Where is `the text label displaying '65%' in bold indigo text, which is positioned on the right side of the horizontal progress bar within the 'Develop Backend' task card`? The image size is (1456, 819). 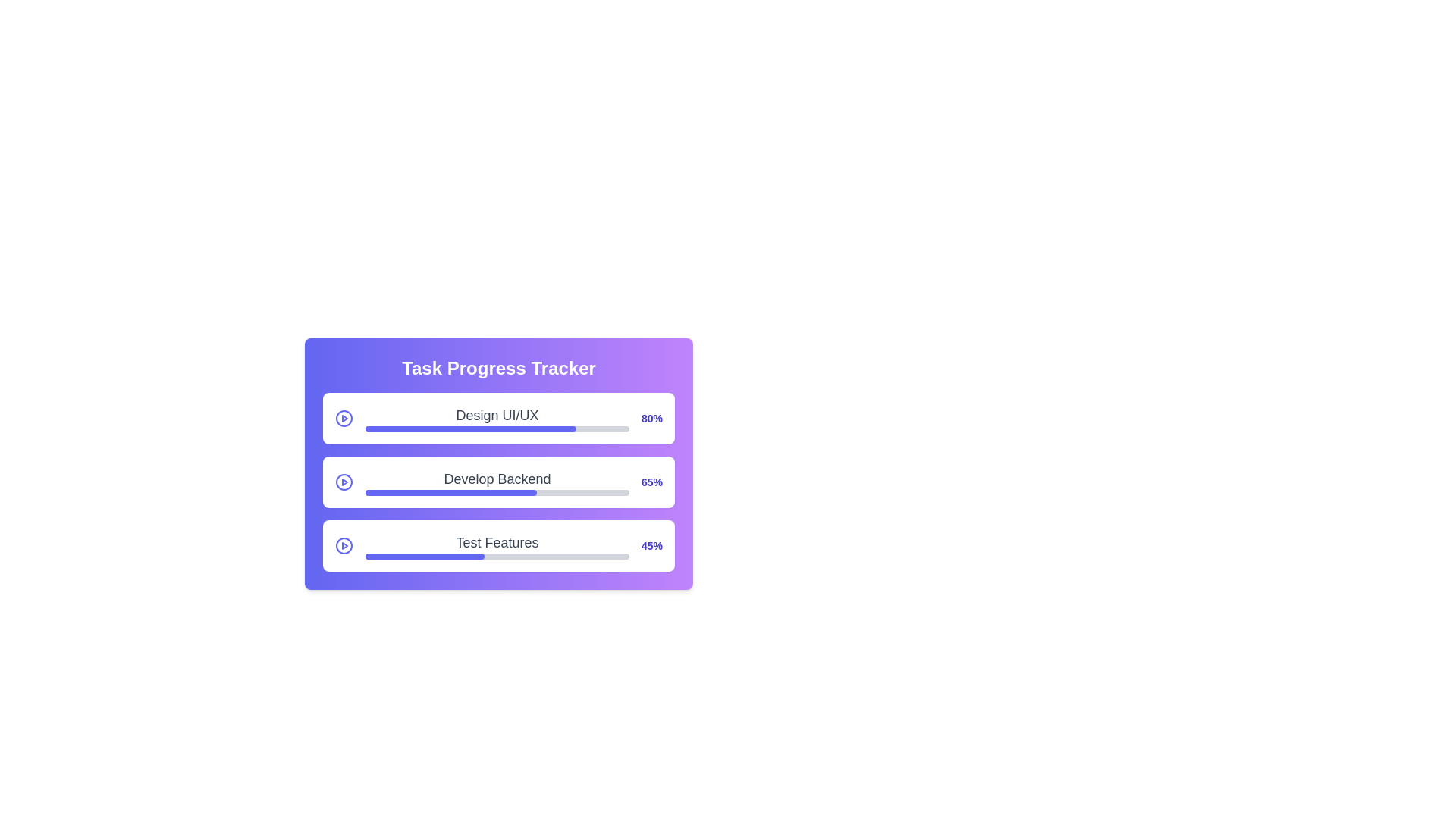 the text label displaying '65%' in bold indigo text, which is positioned on the right side of the horizontal progress bar within the 'Develop Backend' task card is located at coordinates (651, 482).